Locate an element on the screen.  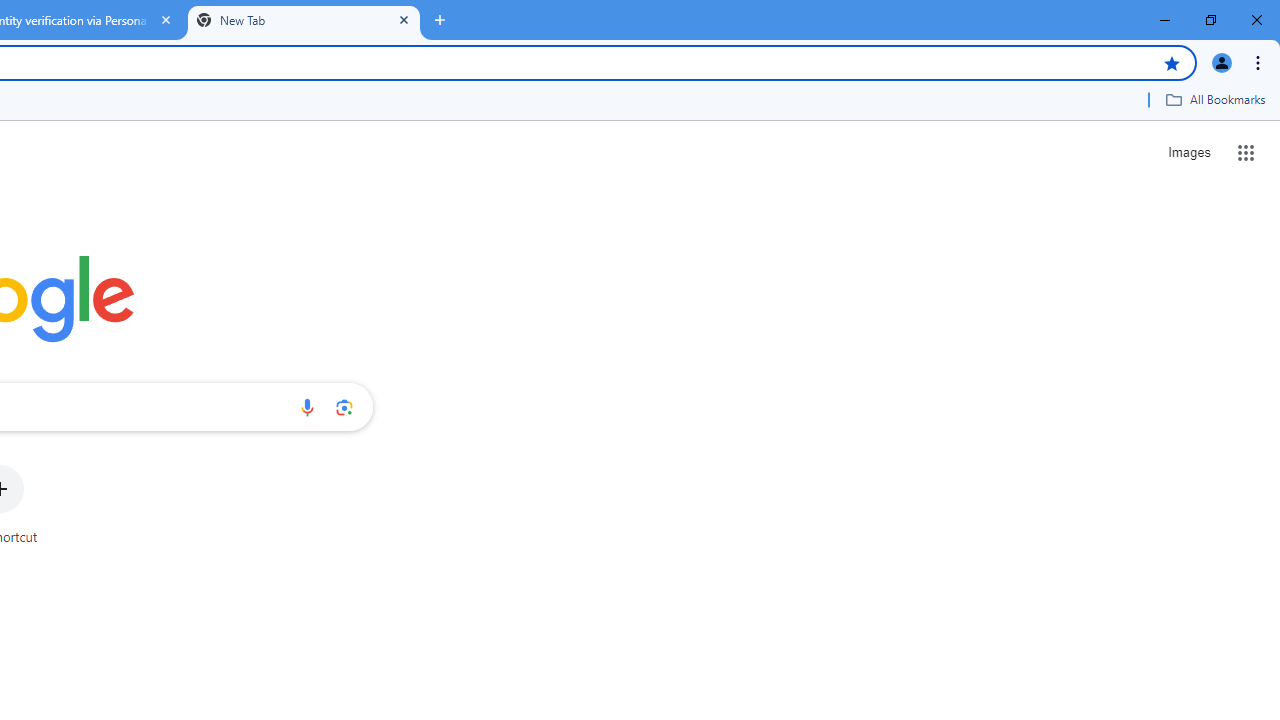
'New Tab' is located at coordinates (303, 20).